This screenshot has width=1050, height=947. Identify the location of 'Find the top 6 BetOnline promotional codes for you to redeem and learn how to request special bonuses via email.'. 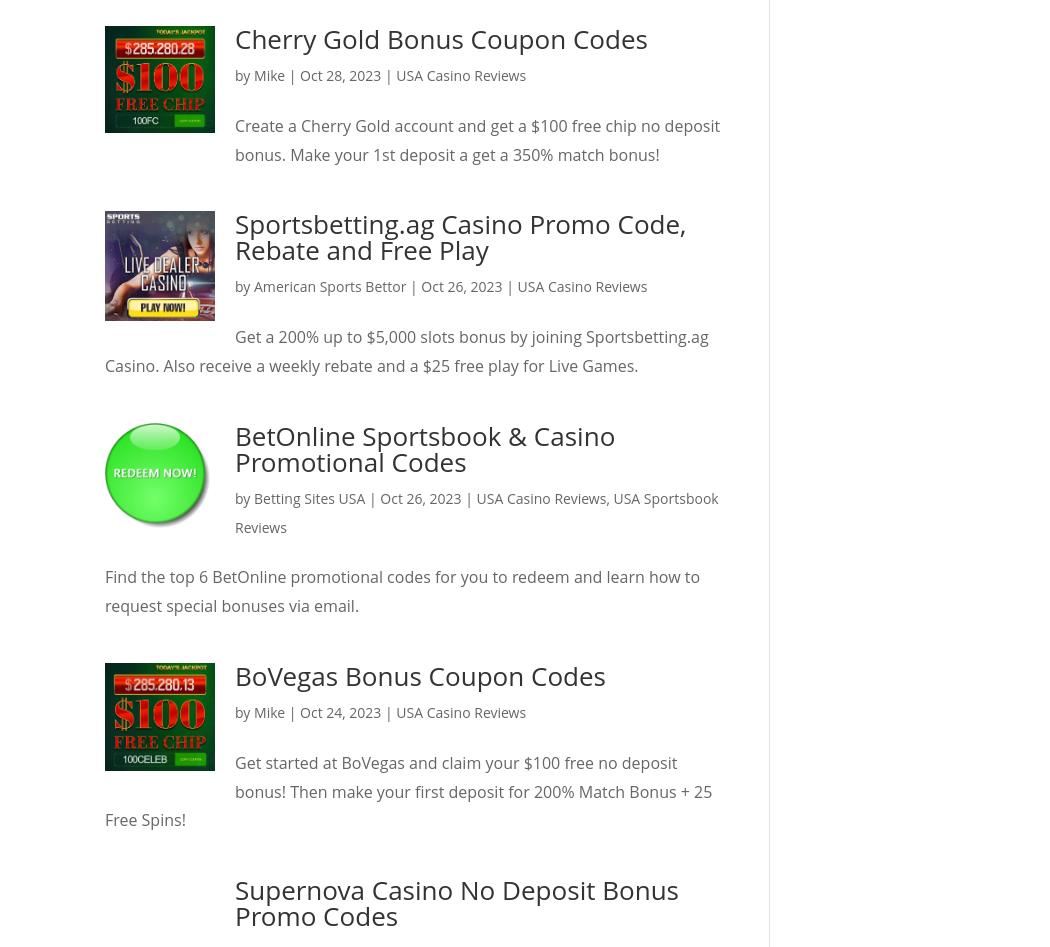
(105, 591).